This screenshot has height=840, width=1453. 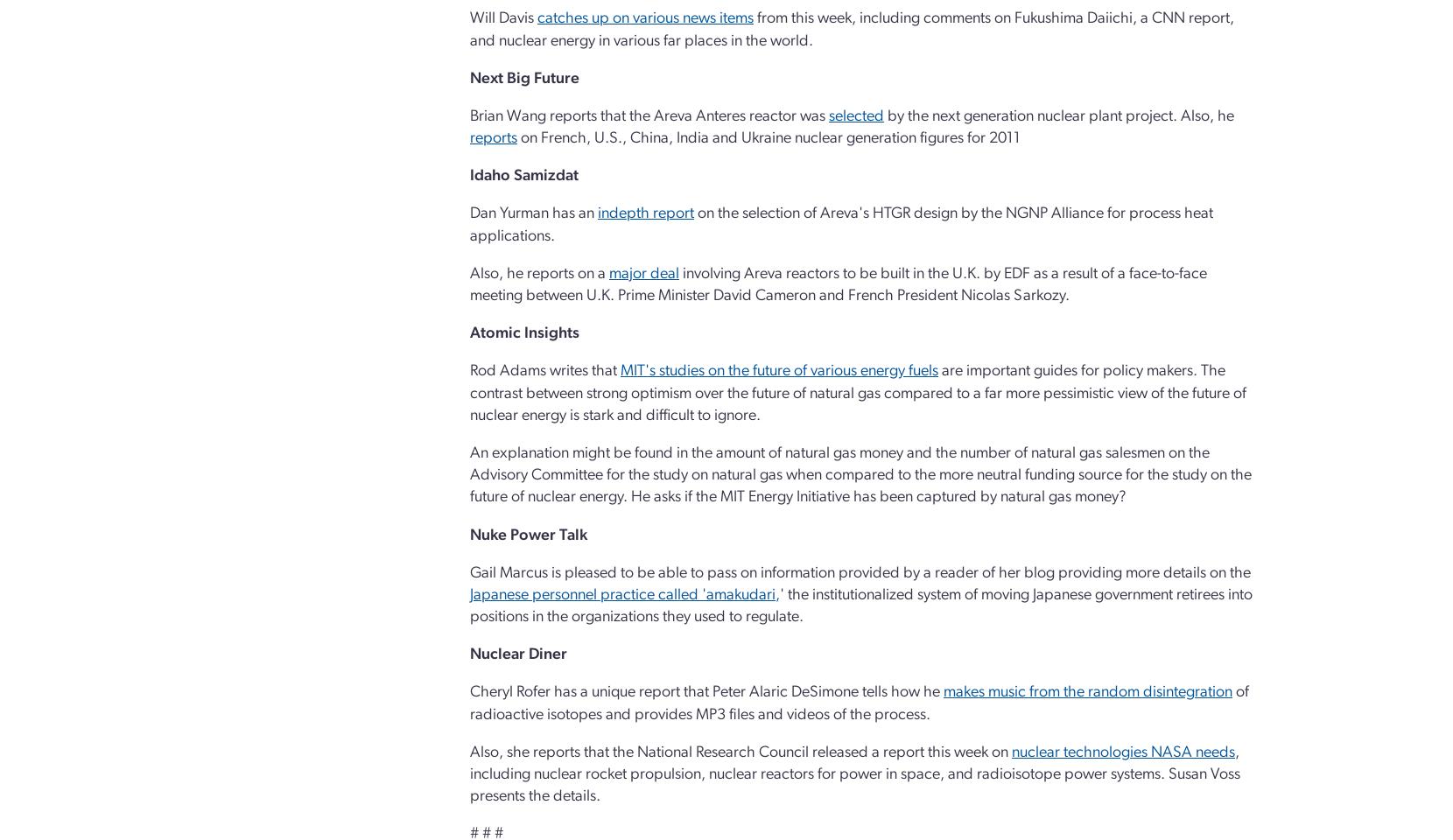 I want to click on 'Brian Wang reports that the Areva Anteres reactor was', so click(x=470, y=115).